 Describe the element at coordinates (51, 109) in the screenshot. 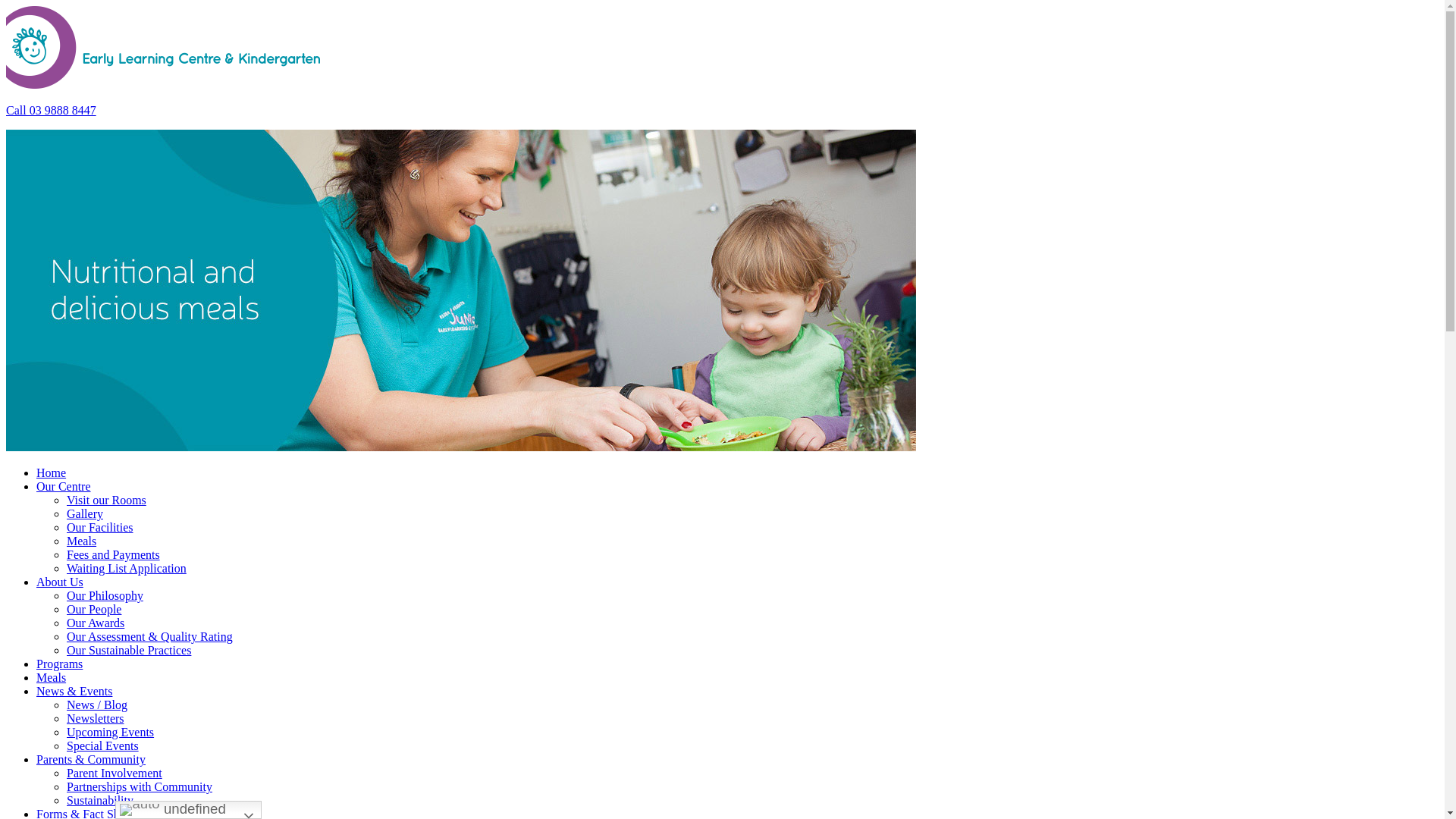

I see `'Call 03 9888 8447'` at that location.